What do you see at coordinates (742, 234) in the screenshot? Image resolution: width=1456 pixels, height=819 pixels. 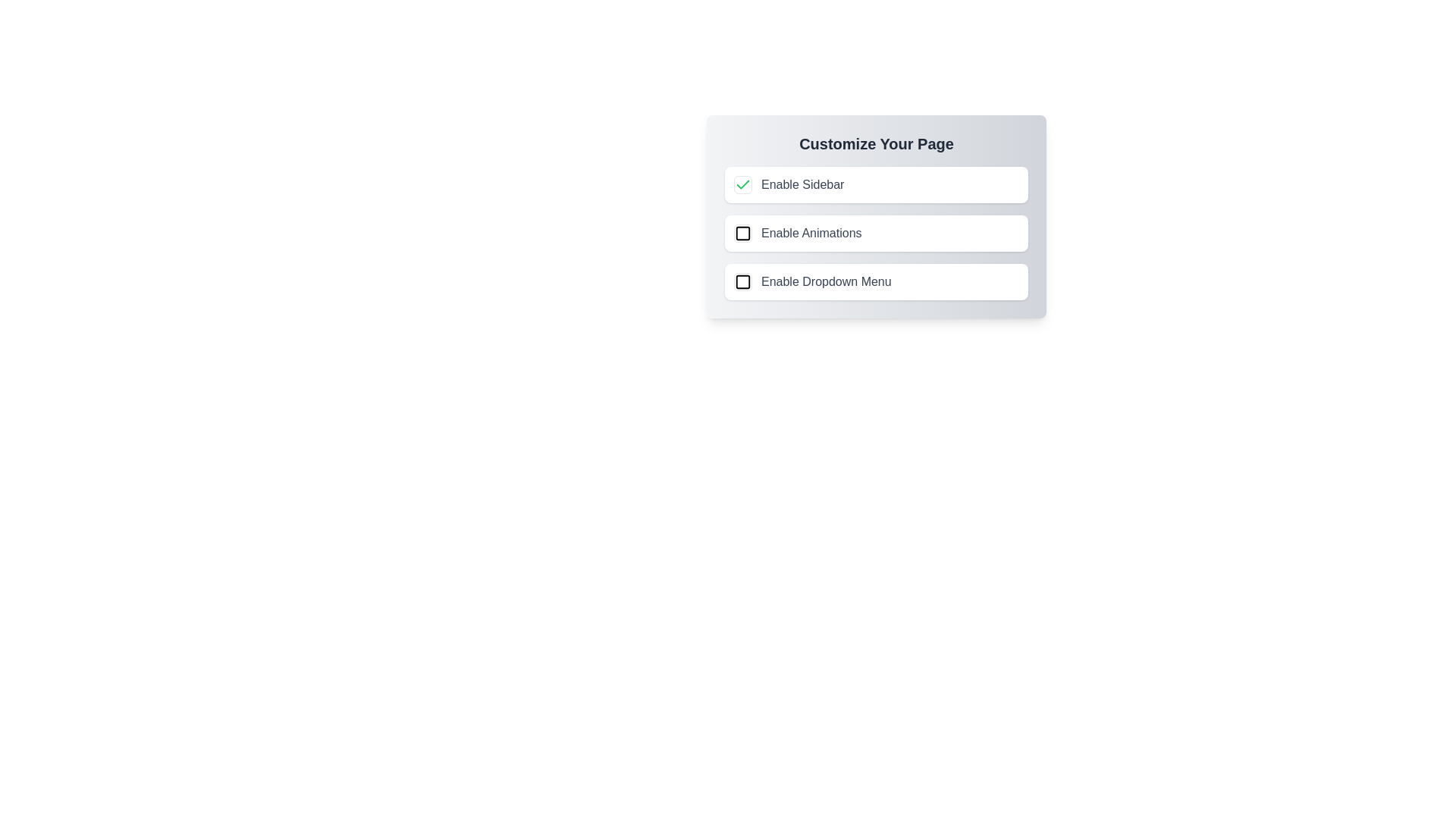 I see `the toggleable feature icon inside the button located beneath the 'Enable Sidebar' option and above the 'Enable Dropdown Menu' option` at bounding box center [742, 234].